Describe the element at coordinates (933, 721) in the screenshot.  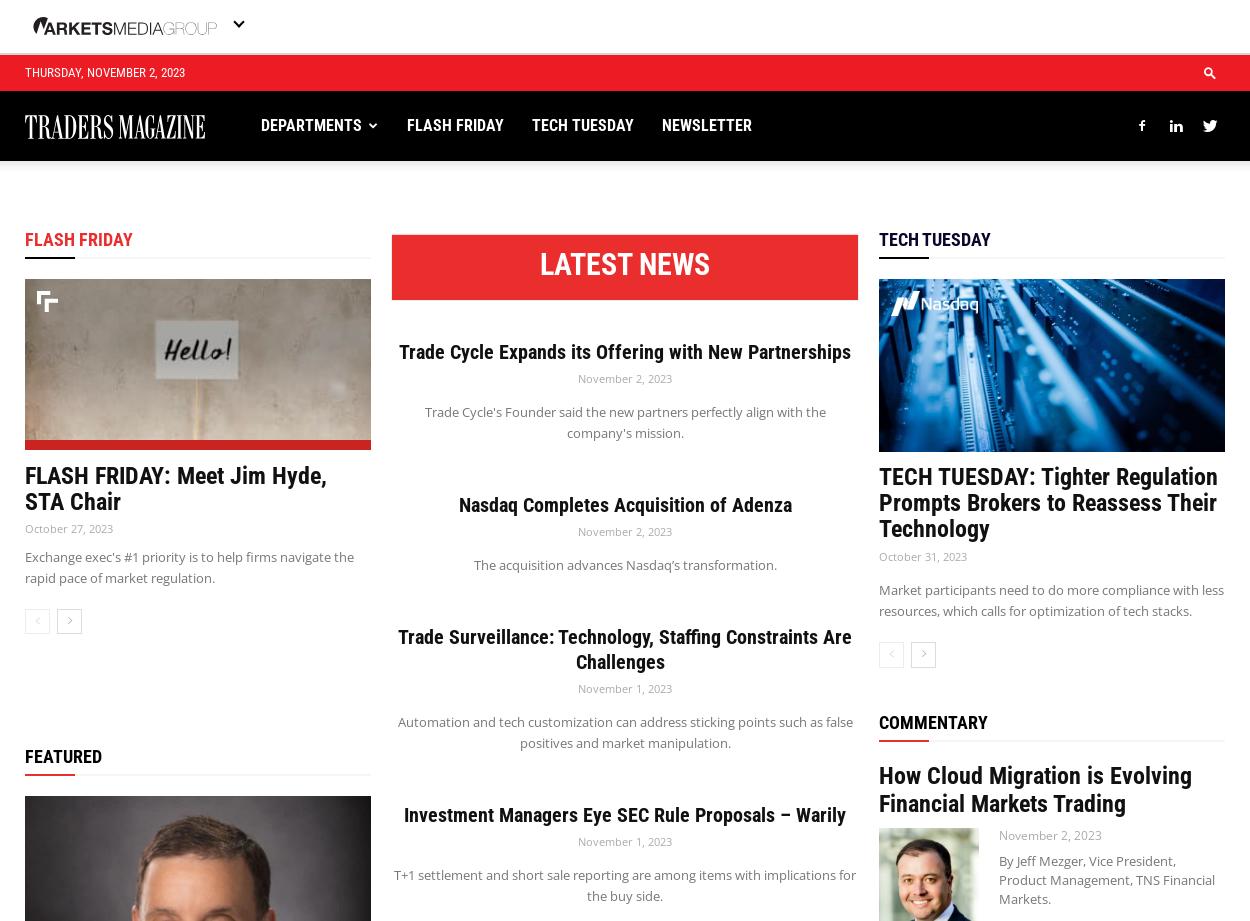
I see `'Commentary'` at that location.